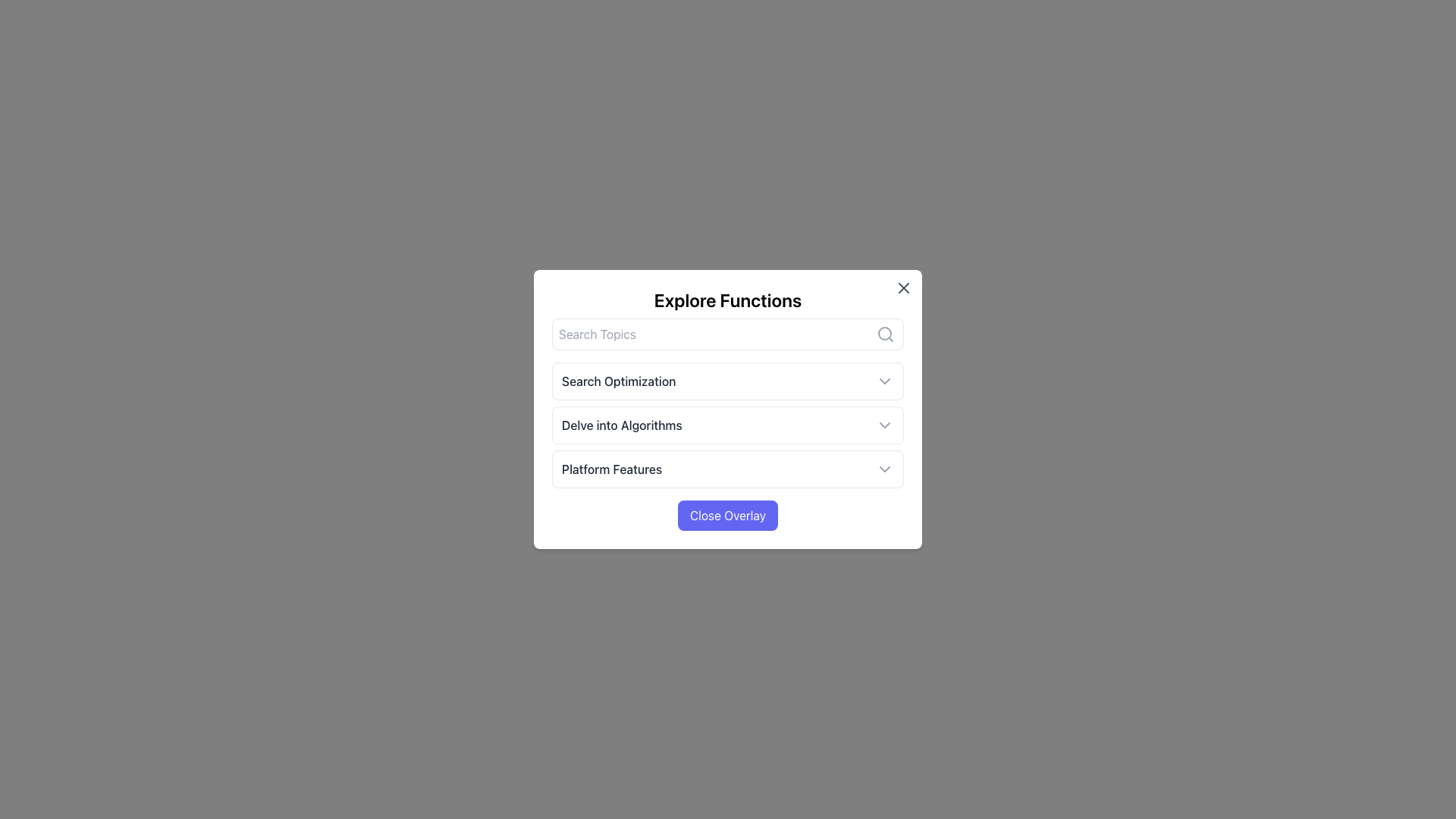  Describe the element at coordinates (728, 409) in the screenshot. I see `the 'Delve into Algorithms' dropdown menu` at that location.